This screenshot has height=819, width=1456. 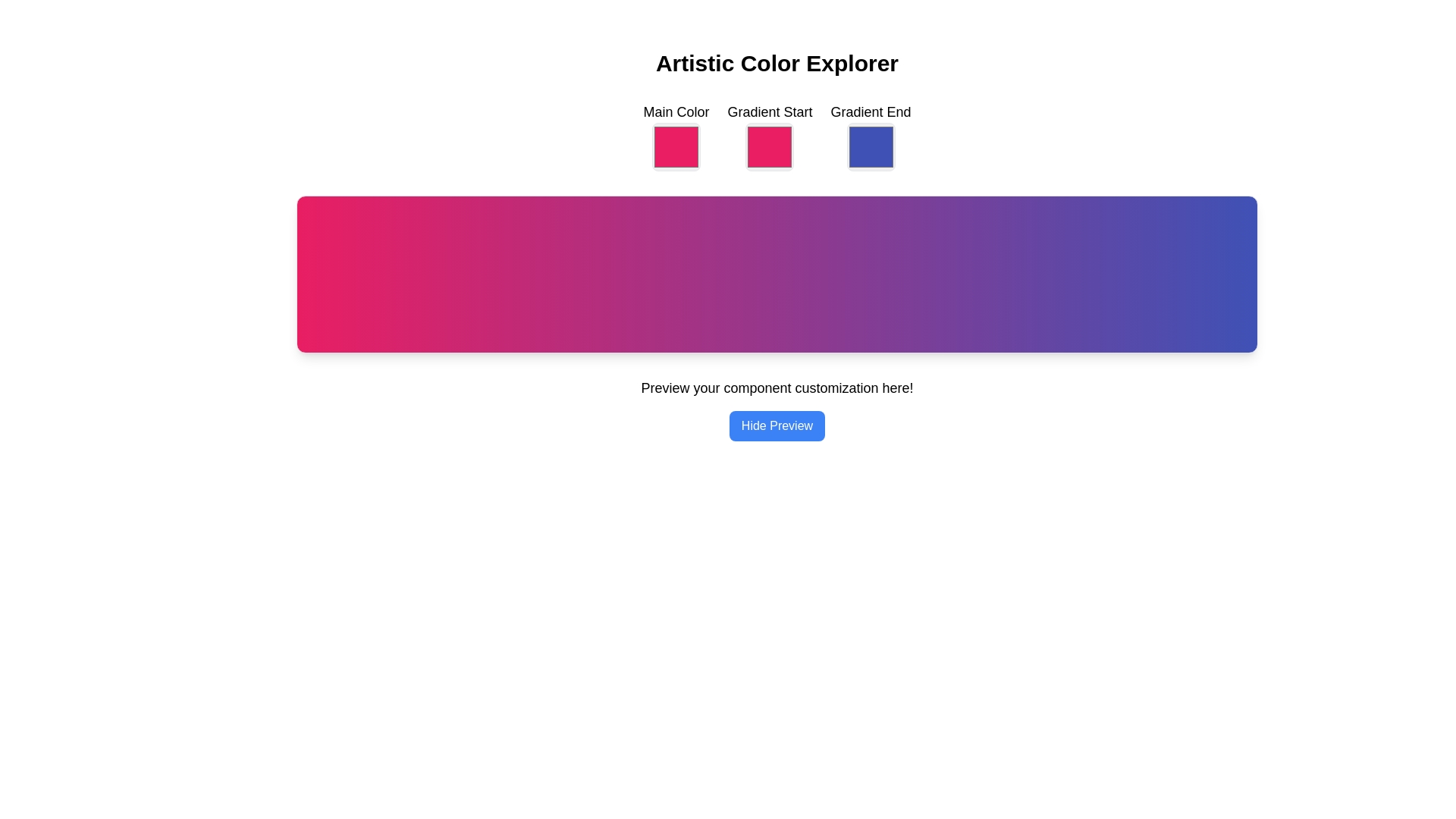 I want to click on the label displaying 'Gradient End', which is a larger, bold text element located above a blue color swatch in the UI, so click(x=871, y=111).